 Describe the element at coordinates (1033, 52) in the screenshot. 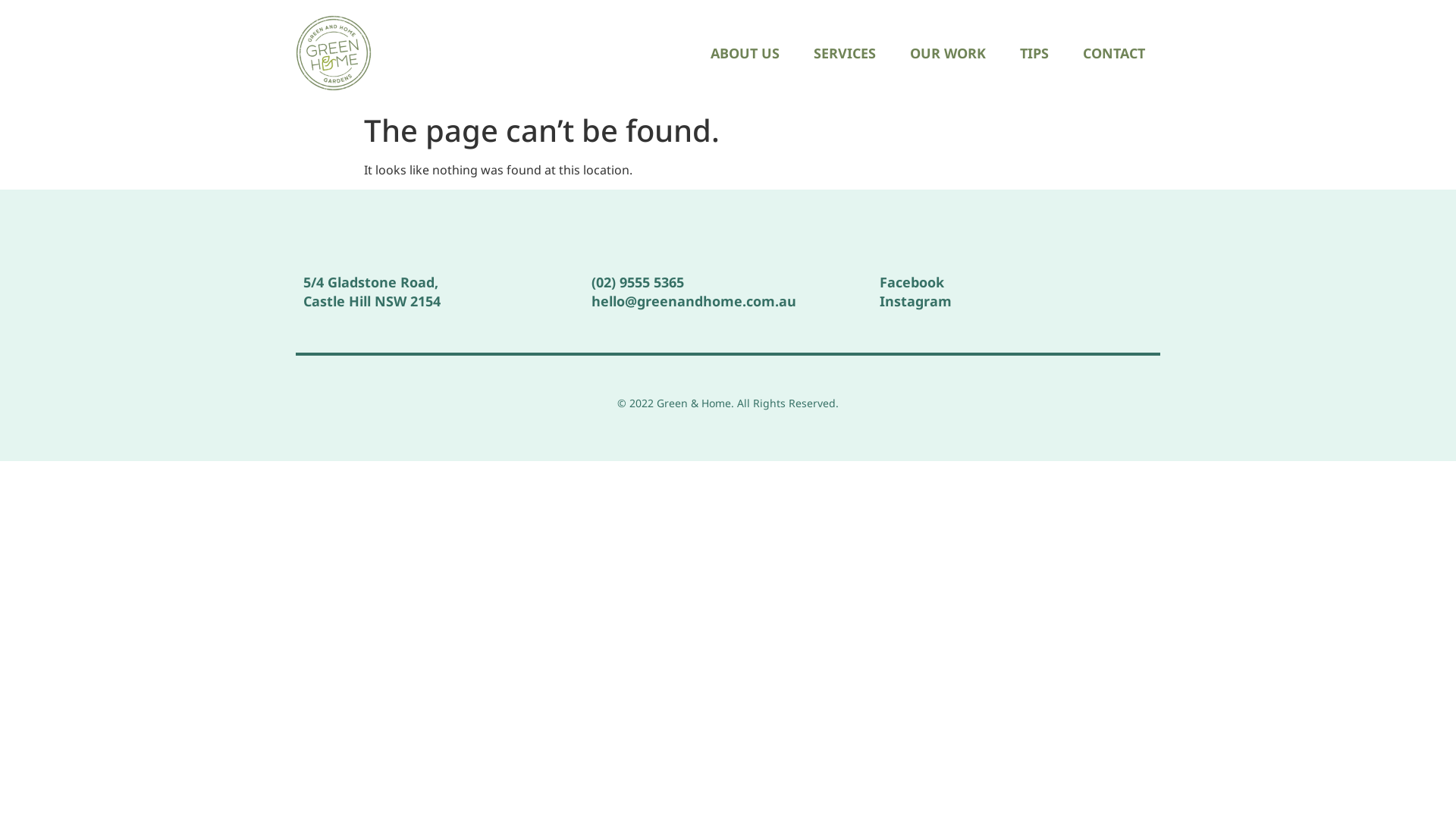

I see `'TIPS'` at that location.